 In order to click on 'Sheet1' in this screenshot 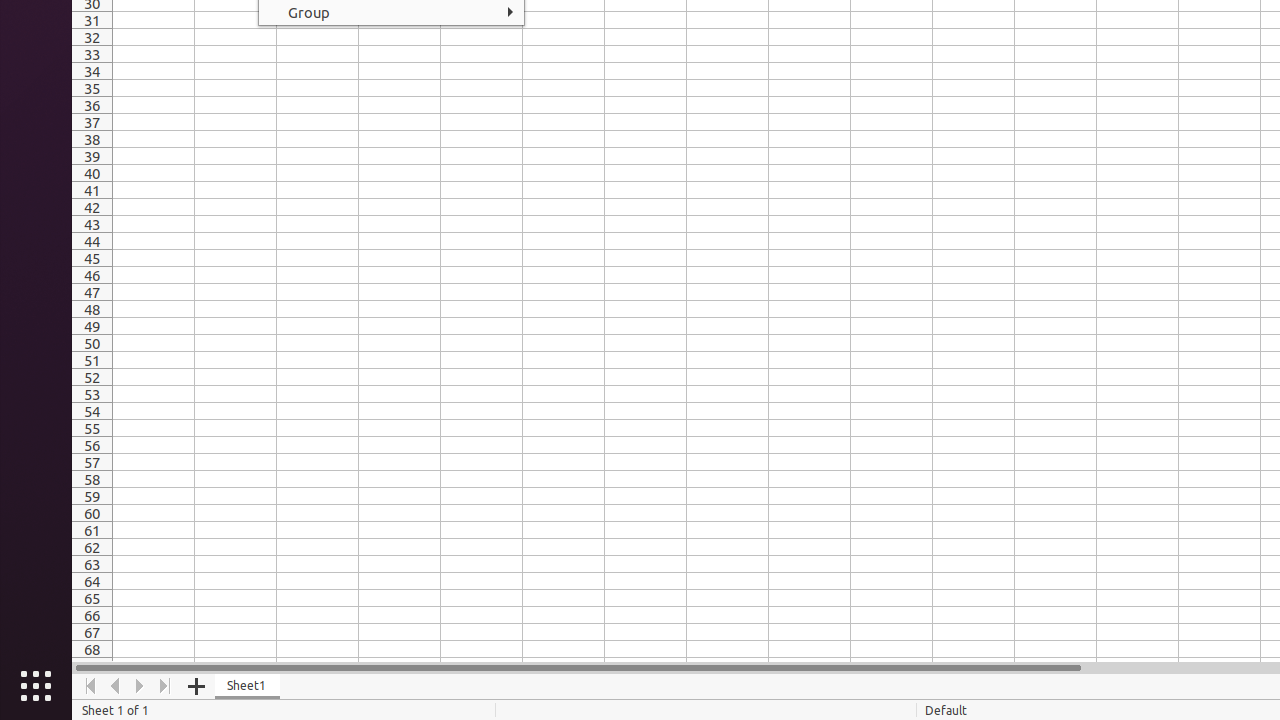, I will do `click(246, 685)`.